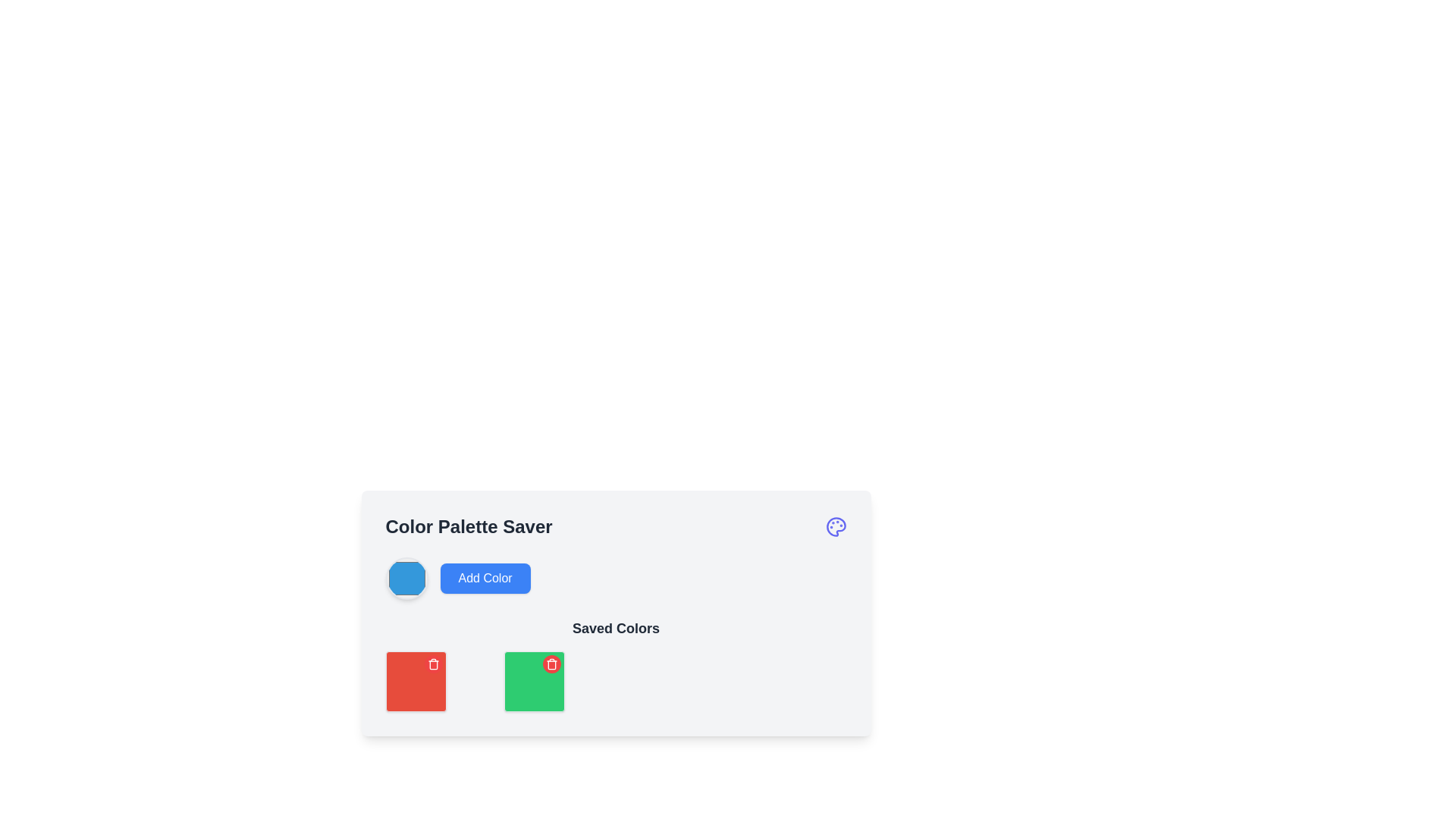 The height and width of the screenshot is (819, 1456). What do you see at coordinates (432, 663) in the screenshot?
I see `the circular red button with a white trash bin icon located in the upper right part of the red square in the 'Saved Colors' section` at bounding box center [432, 663].